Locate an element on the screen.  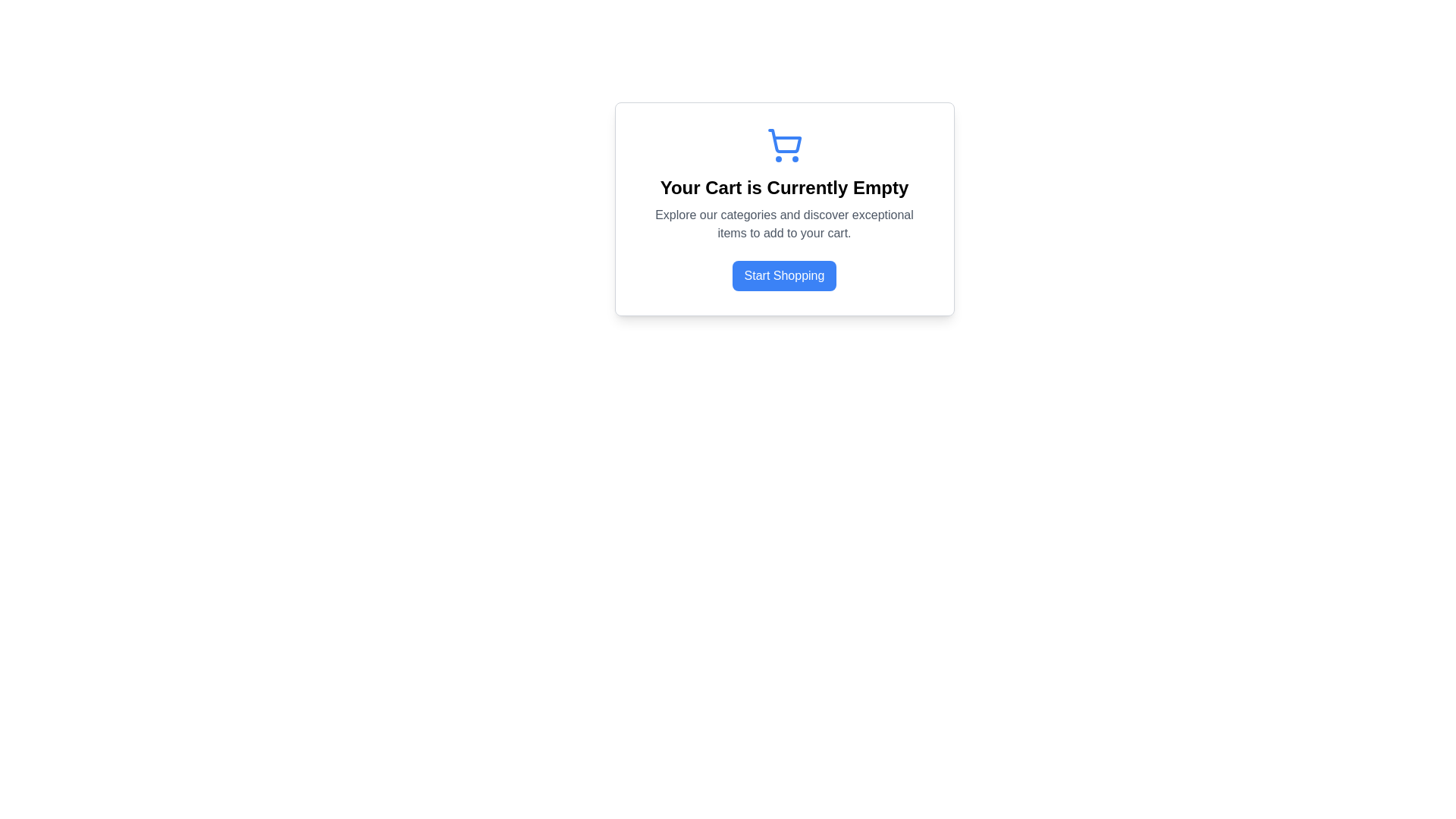
the prominent 'Start Shopping' button with a bold blue background is located at coordinates (784, 275).